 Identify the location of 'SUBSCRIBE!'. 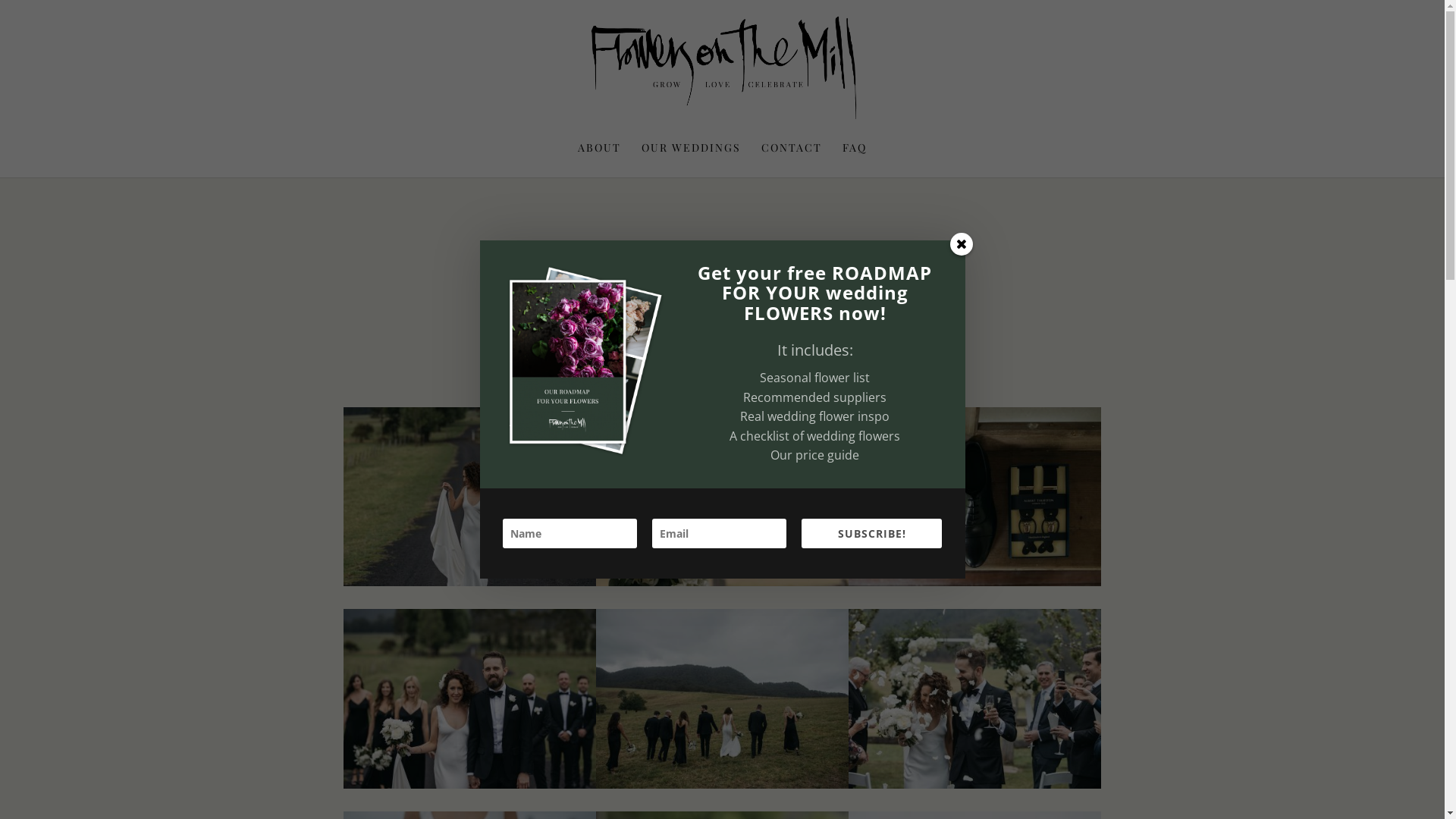
(872, 532).